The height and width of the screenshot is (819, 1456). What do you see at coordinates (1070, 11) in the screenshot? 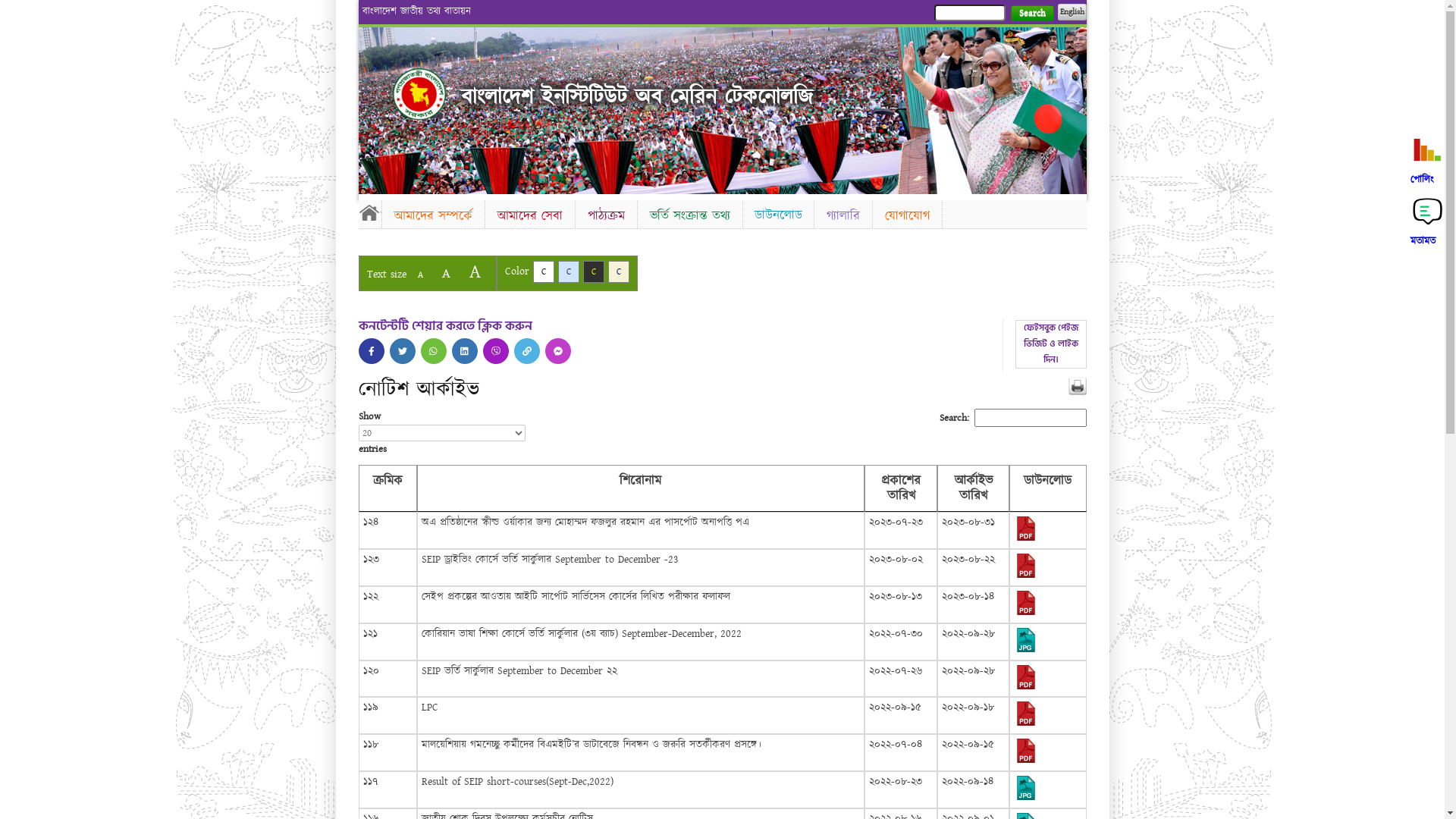
I see `'English'` at bounding box center [1070, 11].